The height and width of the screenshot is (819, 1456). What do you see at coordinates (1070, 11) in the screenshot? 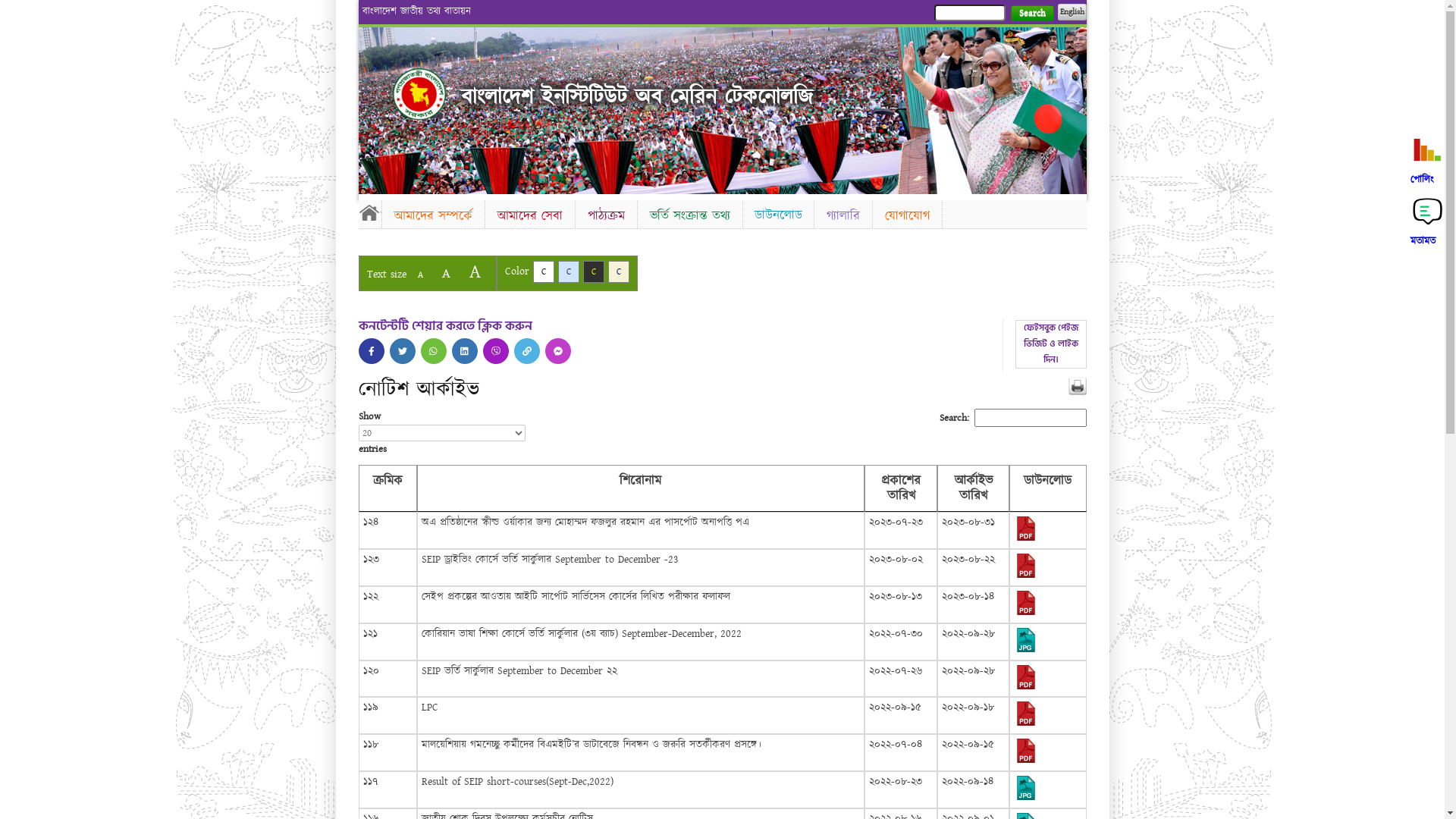
I see `'English'` at bounding box center [1070, 11].